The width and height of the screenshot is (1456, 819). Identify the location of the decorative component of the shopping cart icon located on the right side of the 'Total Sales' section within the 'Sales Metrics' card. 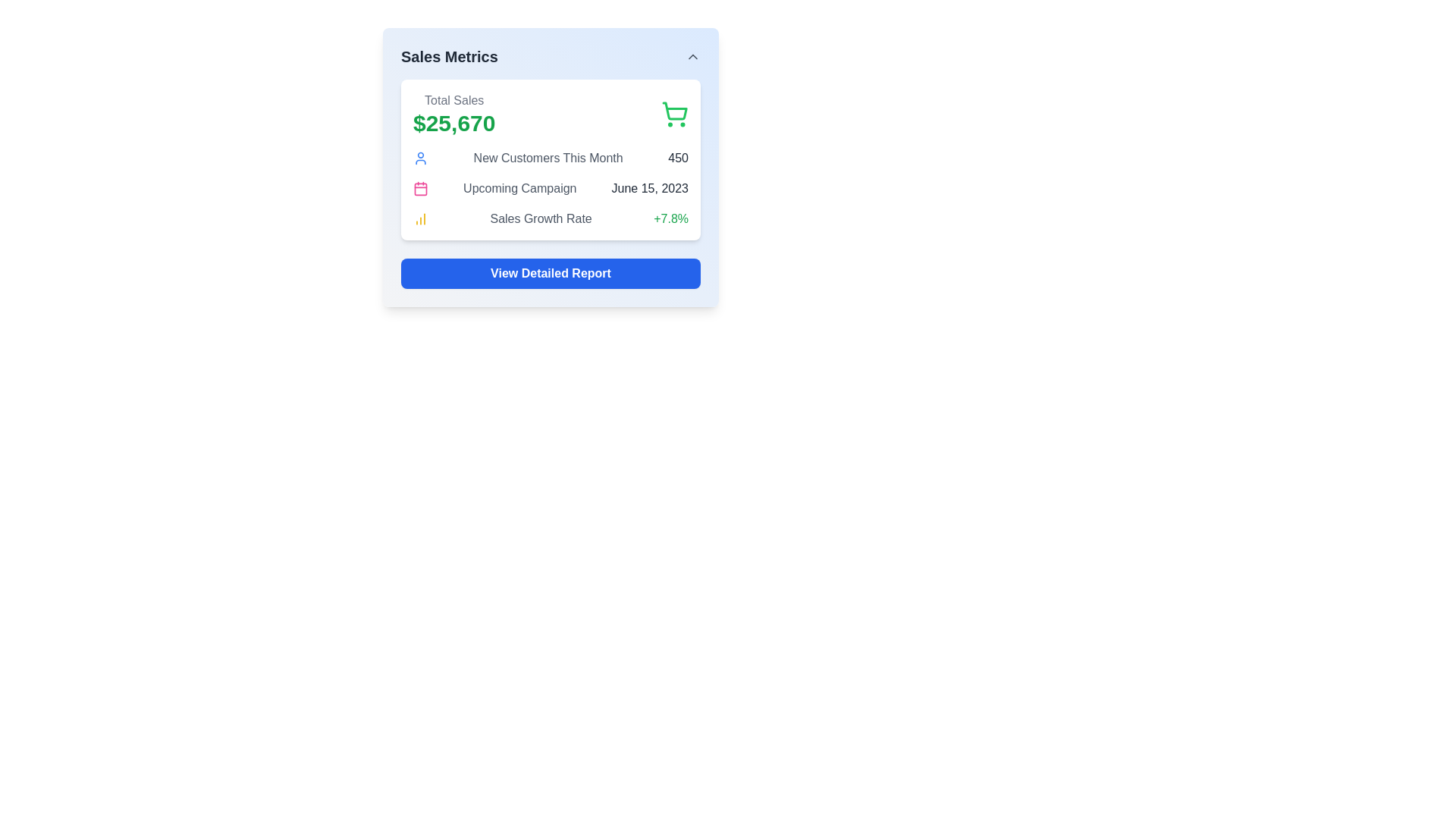
(674, 110).